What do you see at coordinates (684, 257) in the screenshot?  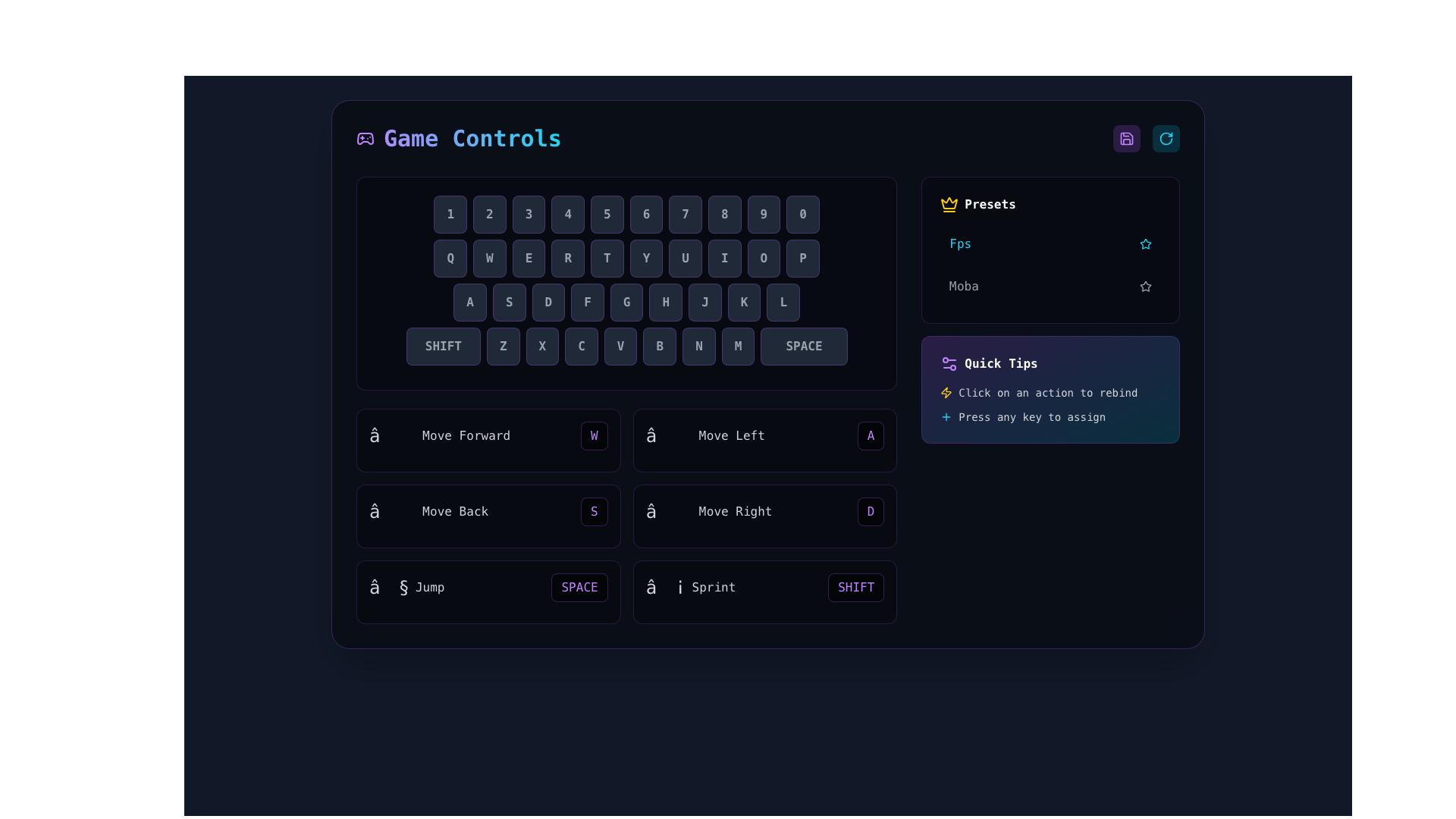 I see `the square-shaped graphical button labeled 'U' with a dark background and light gray text, located in the eighth position of the QWERTYUIOP row` at bounding box center [684, 257].